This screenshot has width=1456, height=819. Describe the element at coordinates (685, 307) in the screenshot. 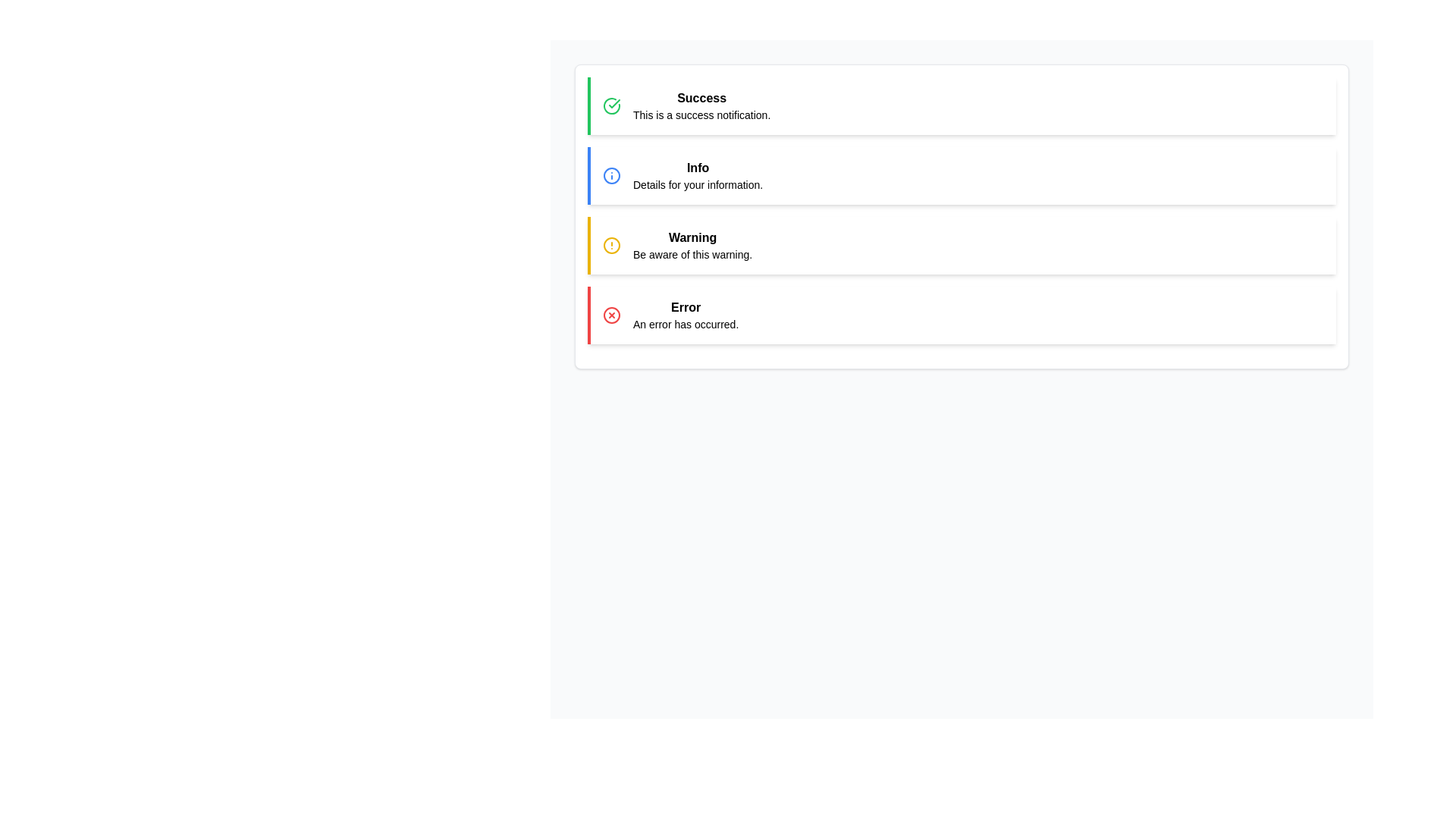

I see `the bolded 'Error' text element located at the top of the notification box to trigger tooltips or visual responses` at that location.